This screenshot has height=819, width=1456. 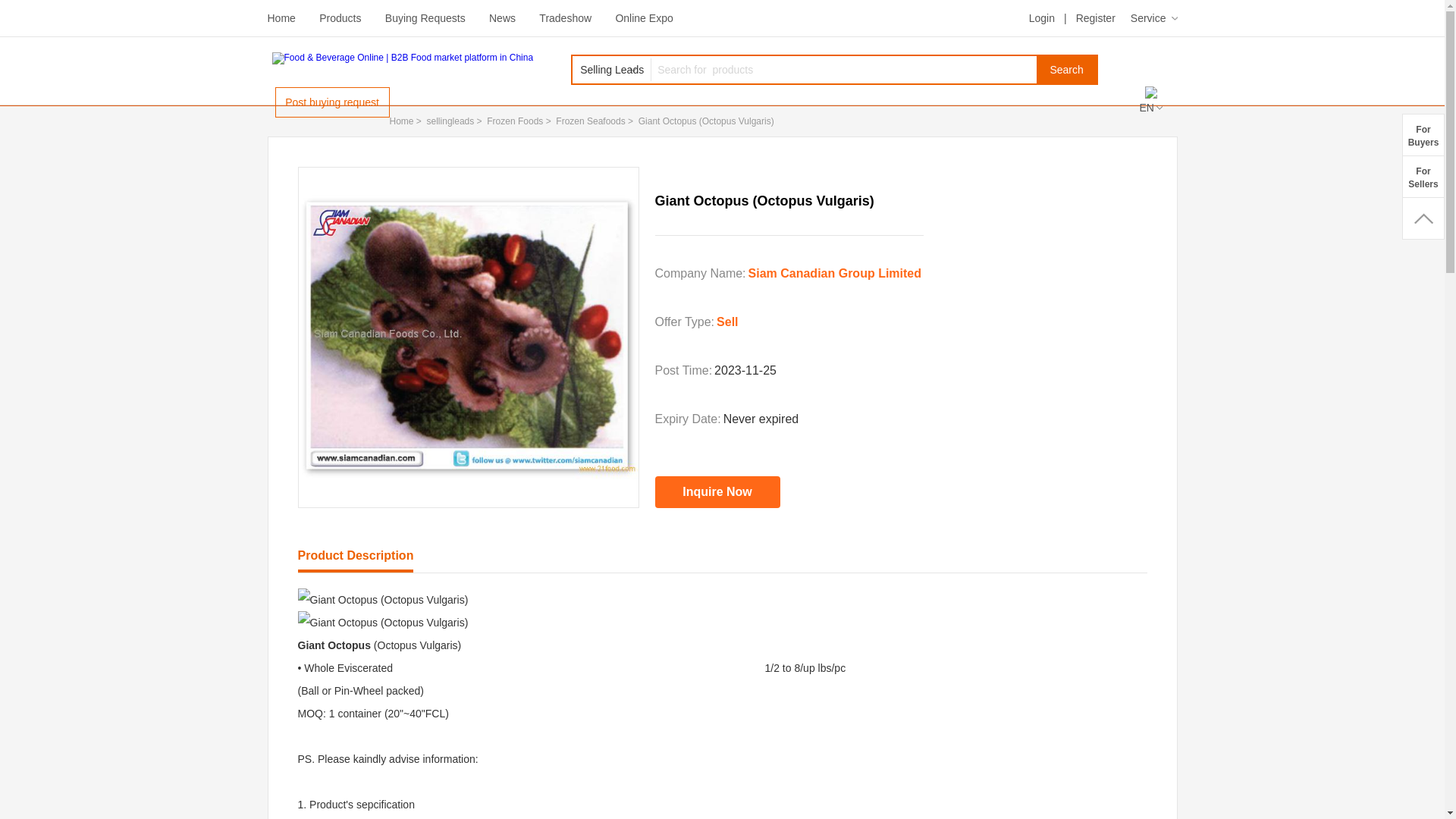 I want to click on 'Frozen Seafoods', so click(x=555, y=120).